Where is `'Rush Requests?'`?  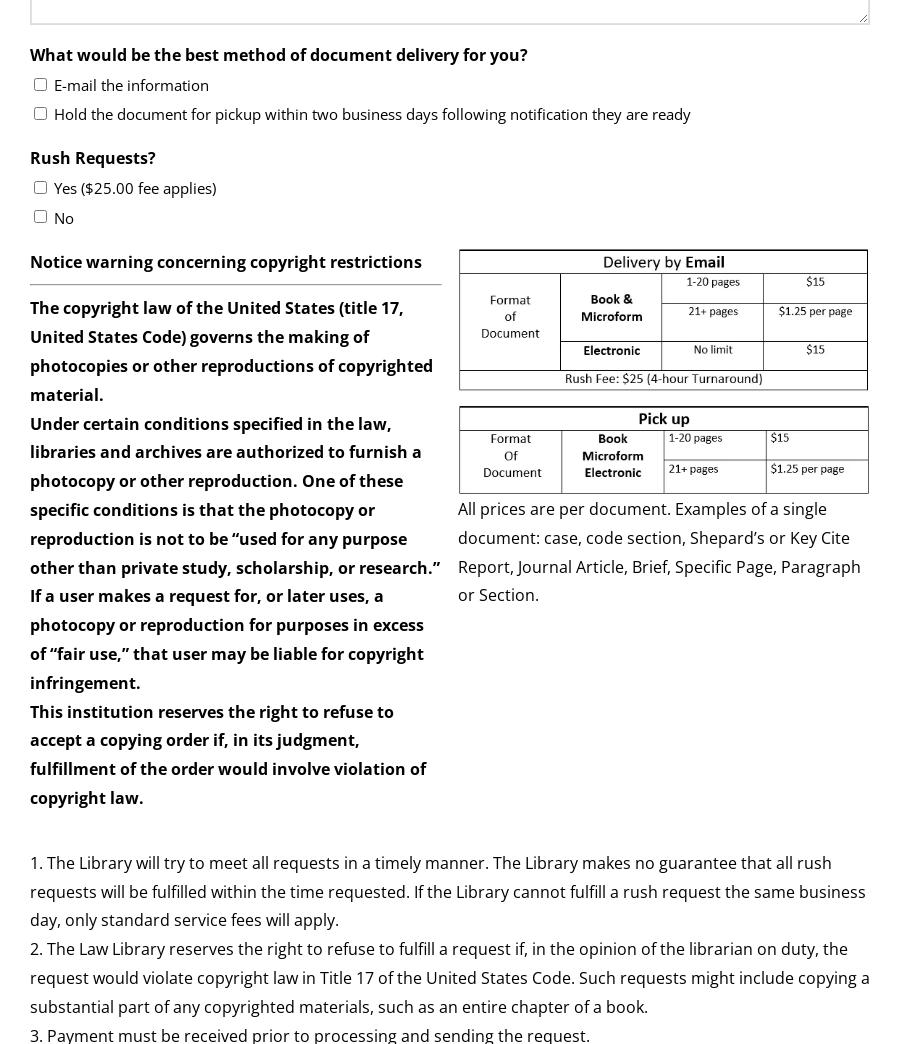 'Rush Requests?' is located at coordinates (28, 156).